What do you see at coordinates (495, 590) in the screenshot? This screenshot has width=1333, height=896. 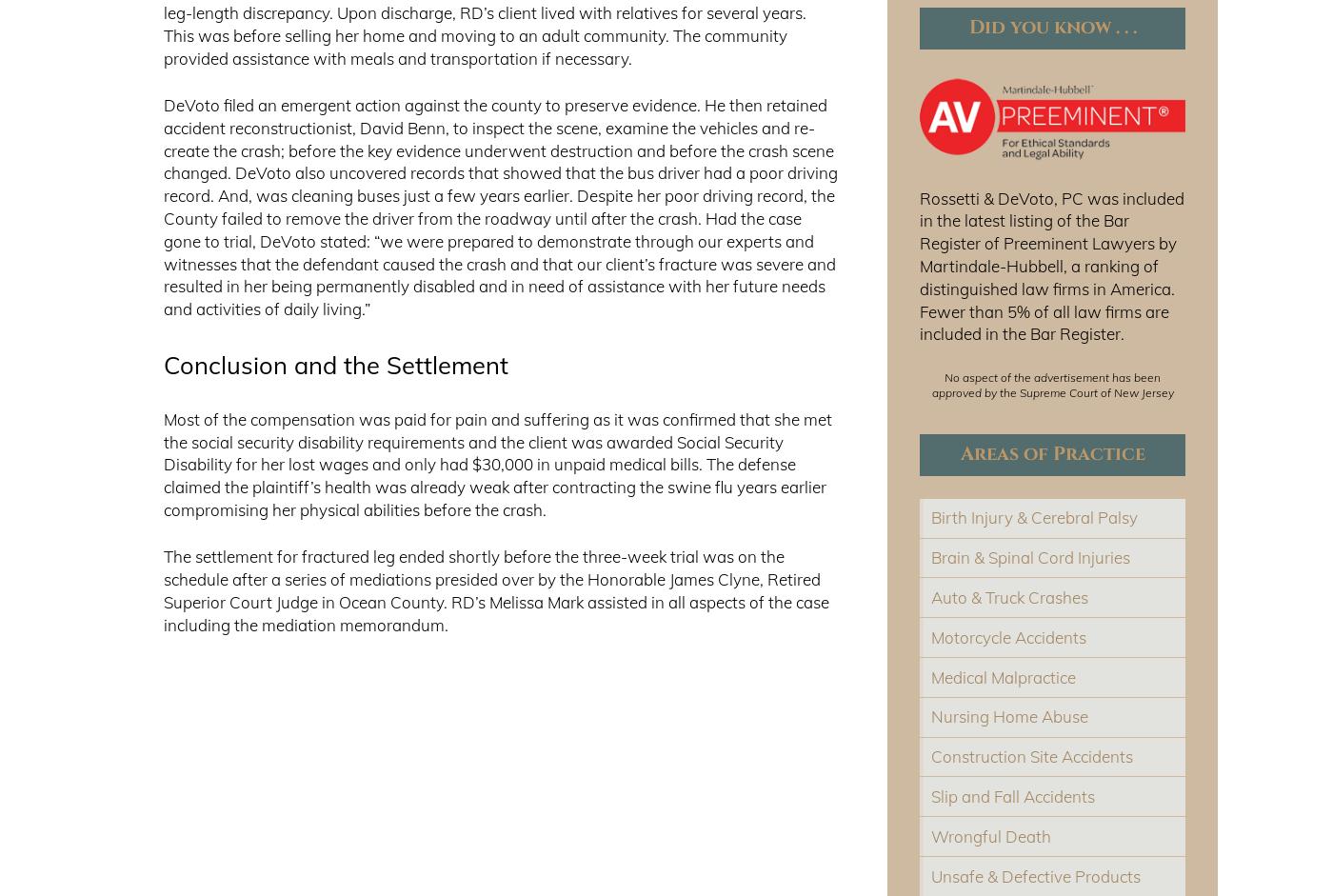 I see `'The settlement for fractured leg ended shortly before the three-week trial was on the schedule after a series of mediations presided over by the Honorable James Clyne, Retired Superior Court Judge in Ocean County. RD’s Melissa Mark assisted in all aspects of the case including the mediation memorandum.'` at bounding box center [495, 590].